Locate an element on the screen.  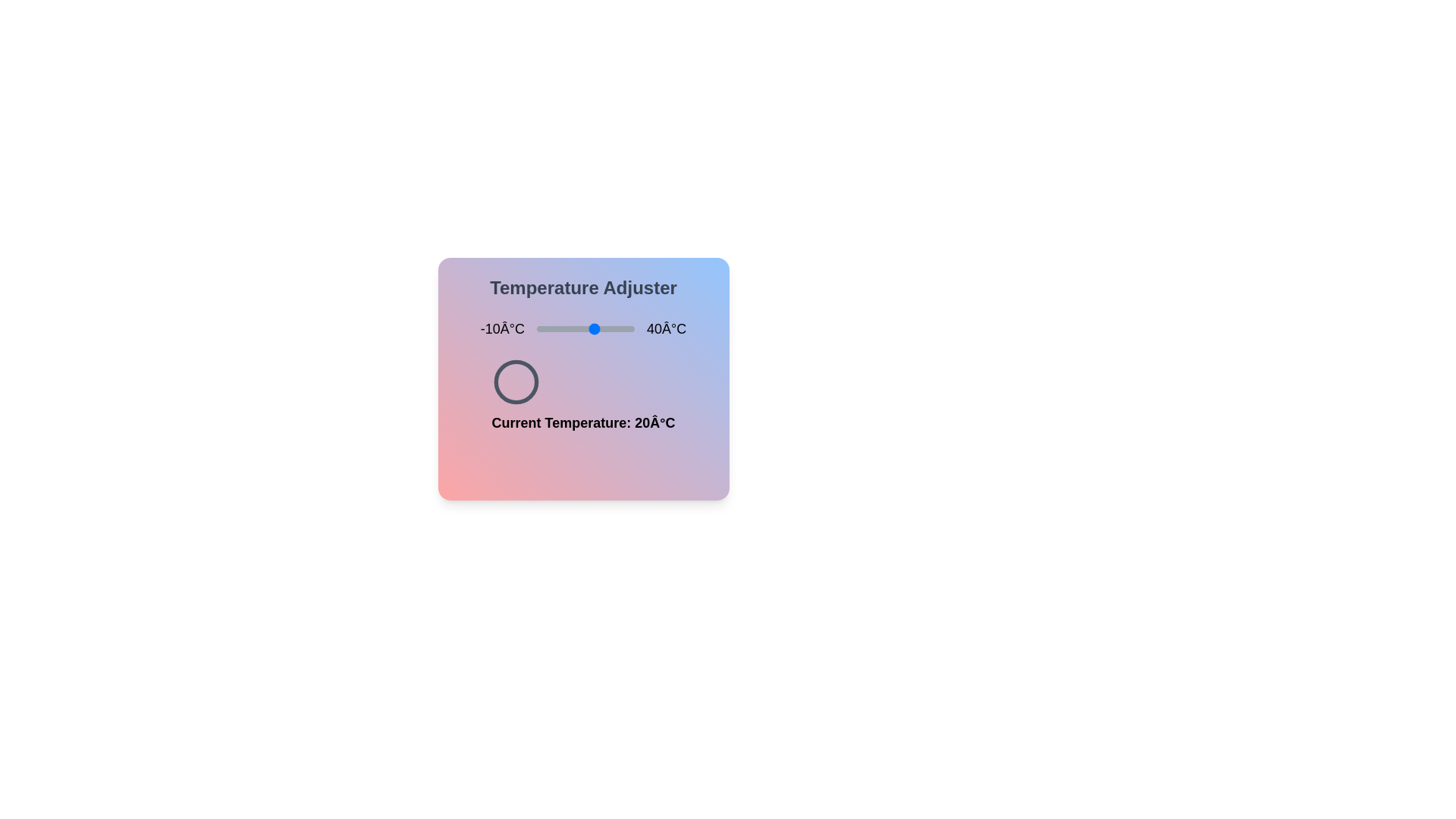
the temperature to 31 degrees Celsius using the slider is located at coordinates (617, 328).